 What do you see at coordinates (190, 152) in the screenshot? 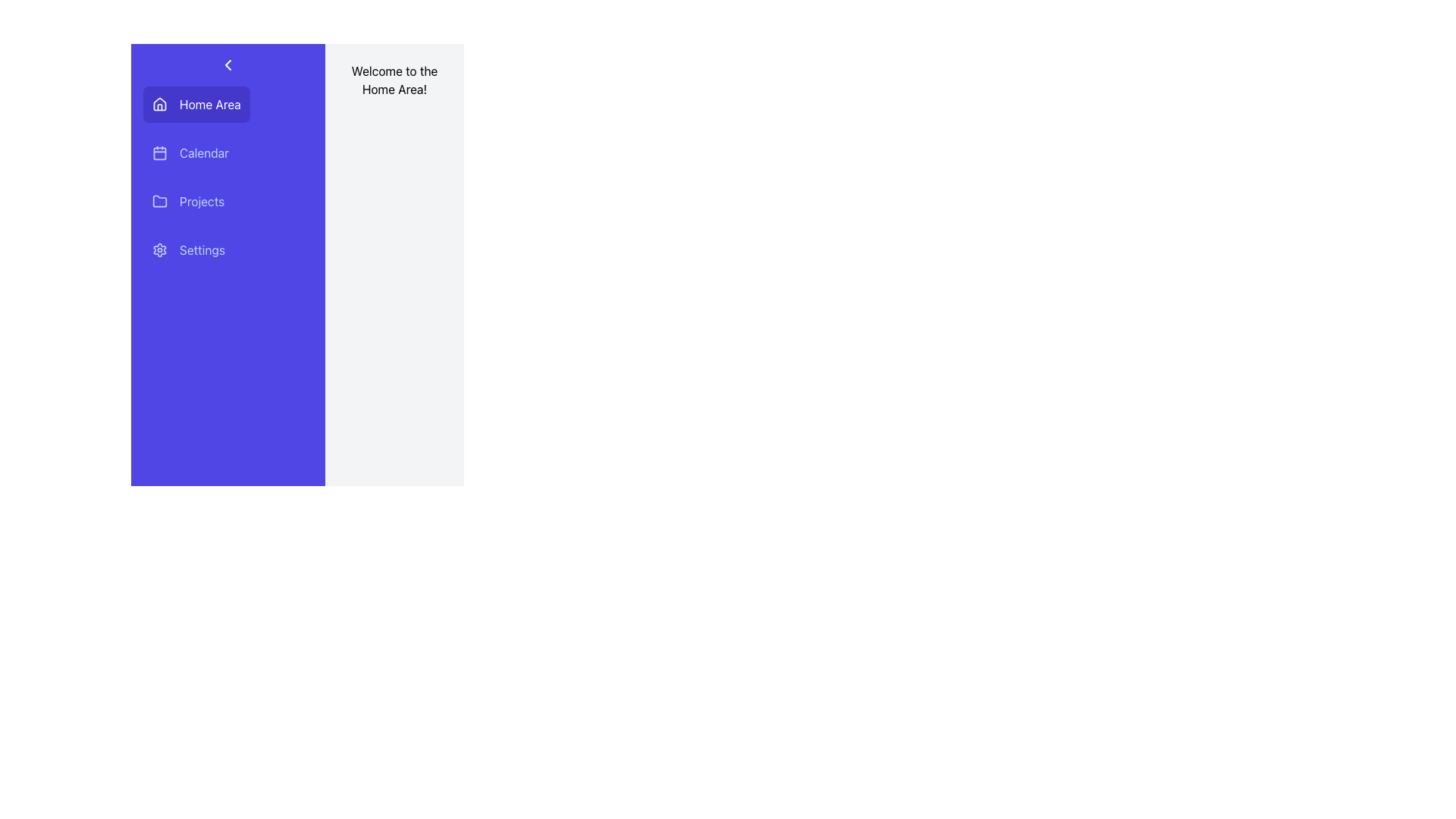
I see `the 'Calendar' button located` at bounding box center [190, 152].